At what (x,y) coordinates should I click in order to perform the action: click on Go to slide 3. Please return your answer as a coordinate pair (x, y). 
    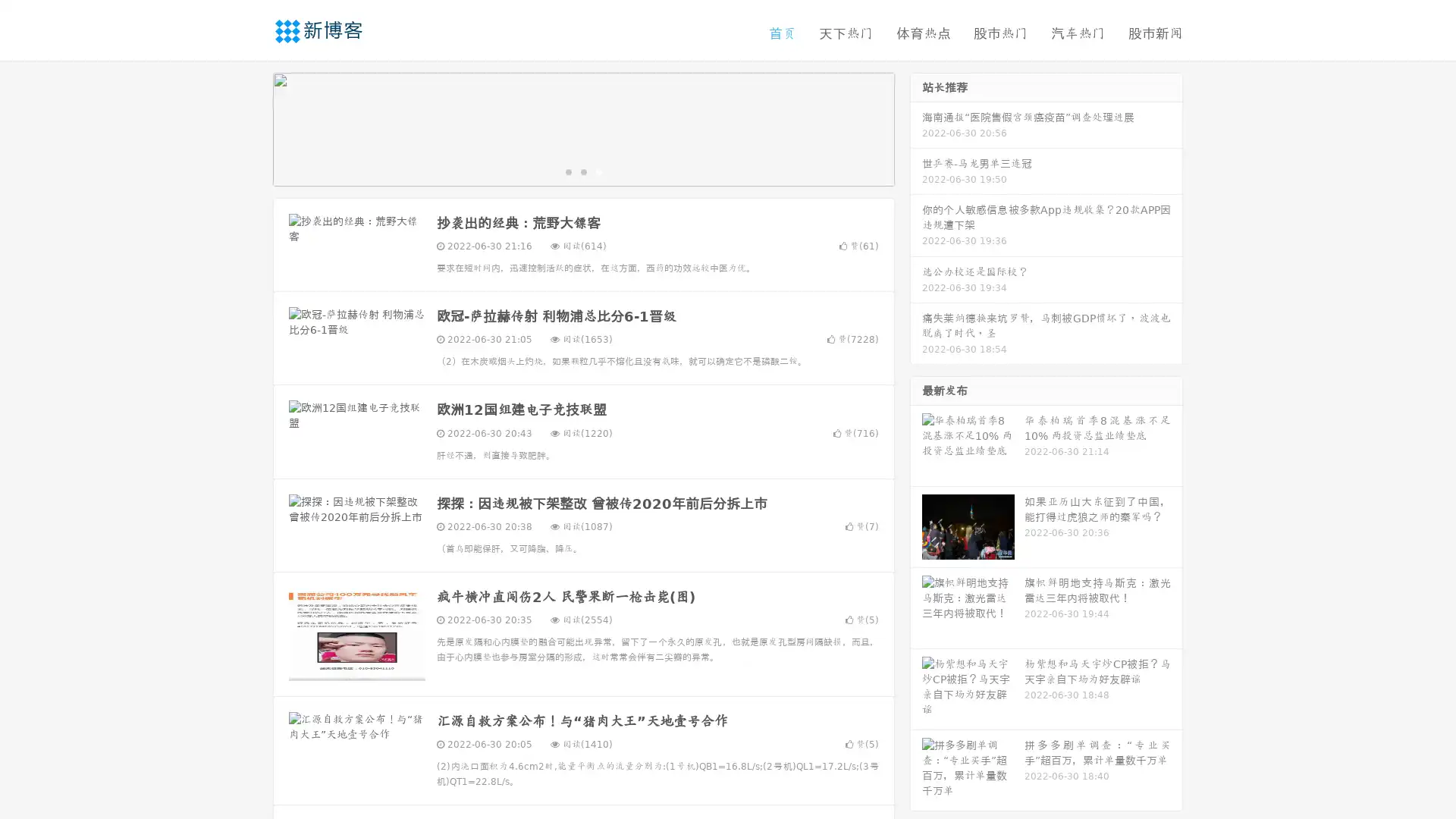
    Looking at the image, I should click on (598, 171).